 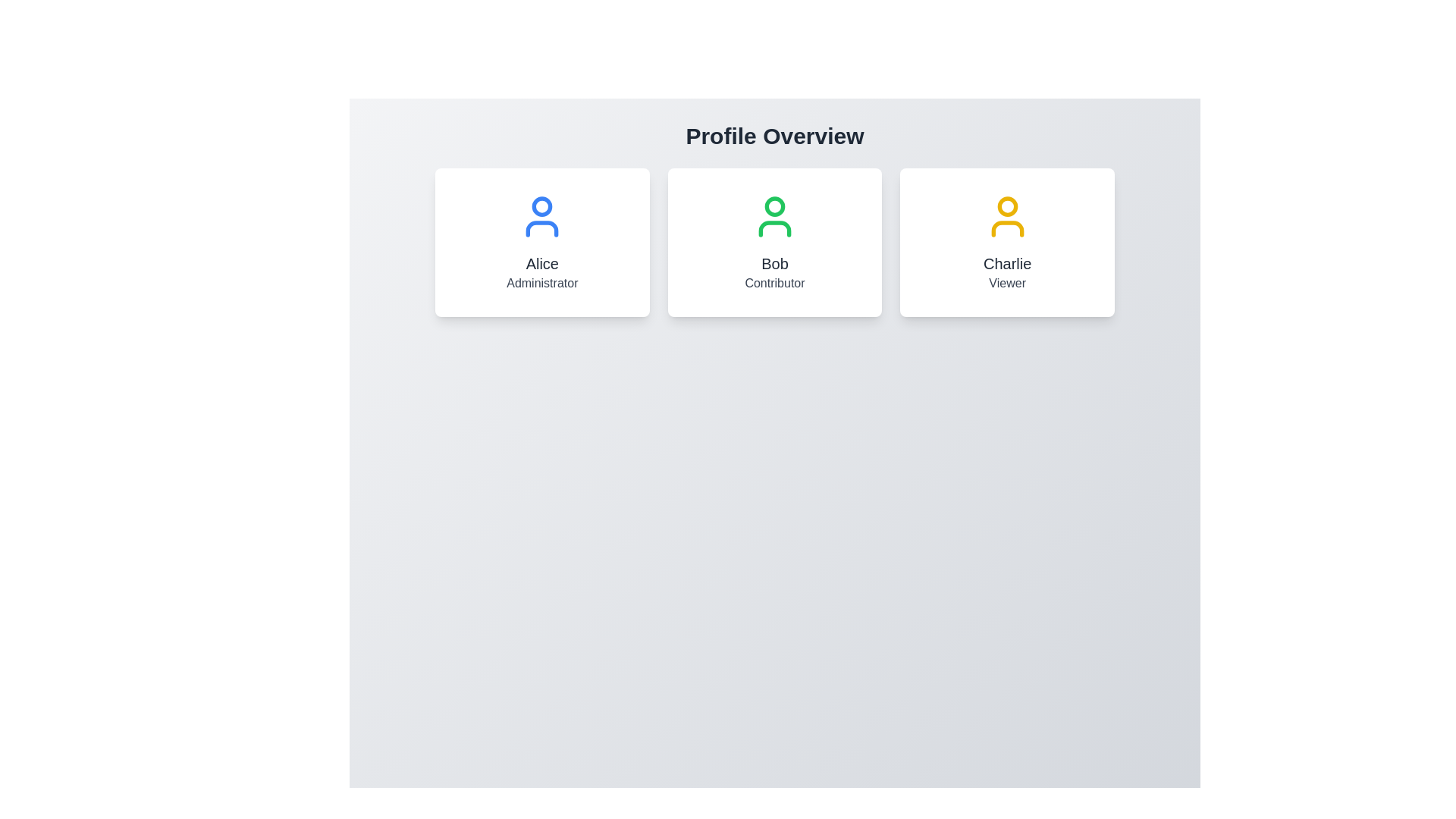 I want to click on the yellow-colored user profile icon, which is styled in minimalist line art design and positioned above the text labels 'Charlie' and 'Viewer' within the white card, so click(x=1007, y=216).